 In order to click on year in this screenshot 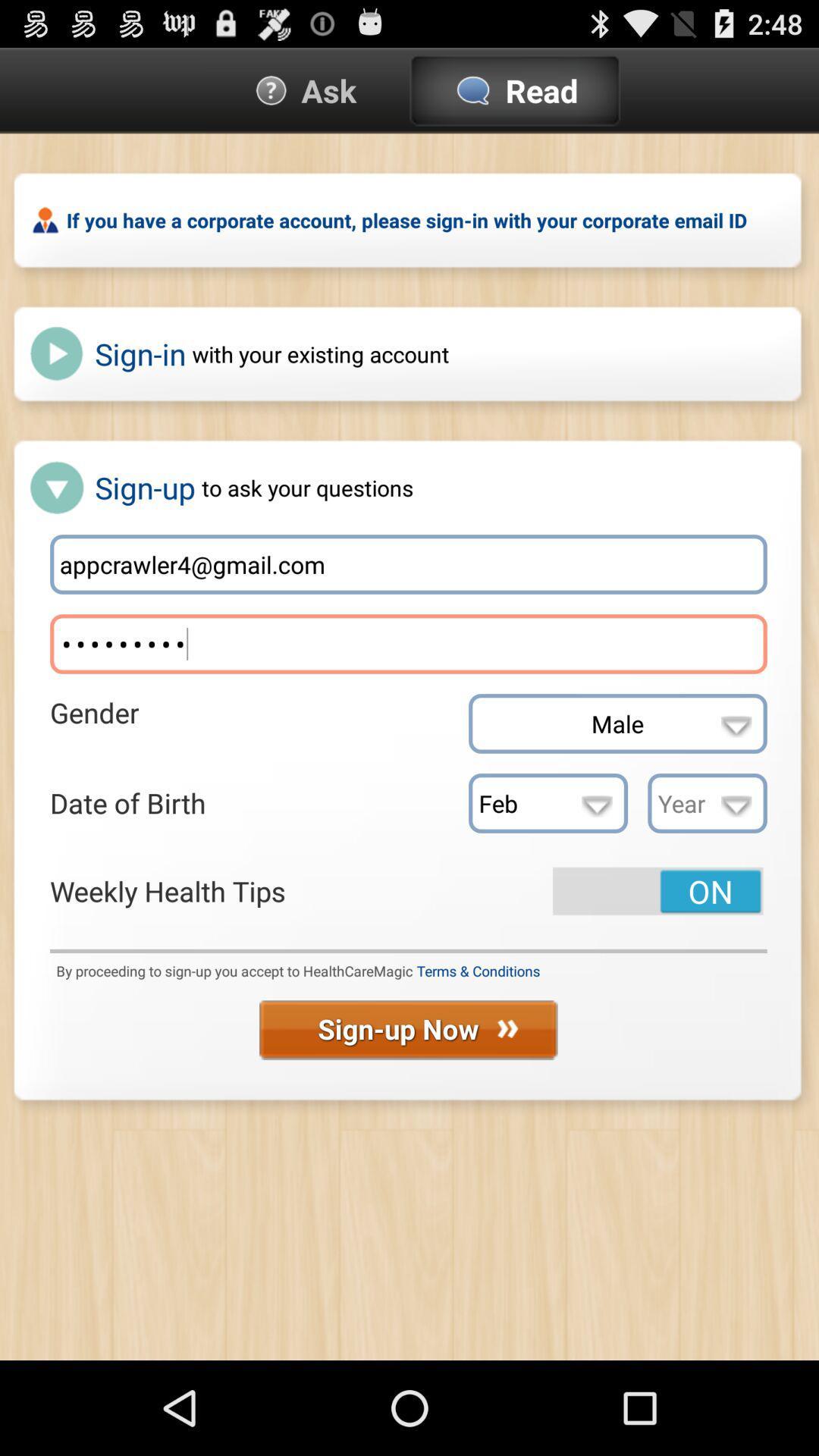, I will do `click(708, 802)`.